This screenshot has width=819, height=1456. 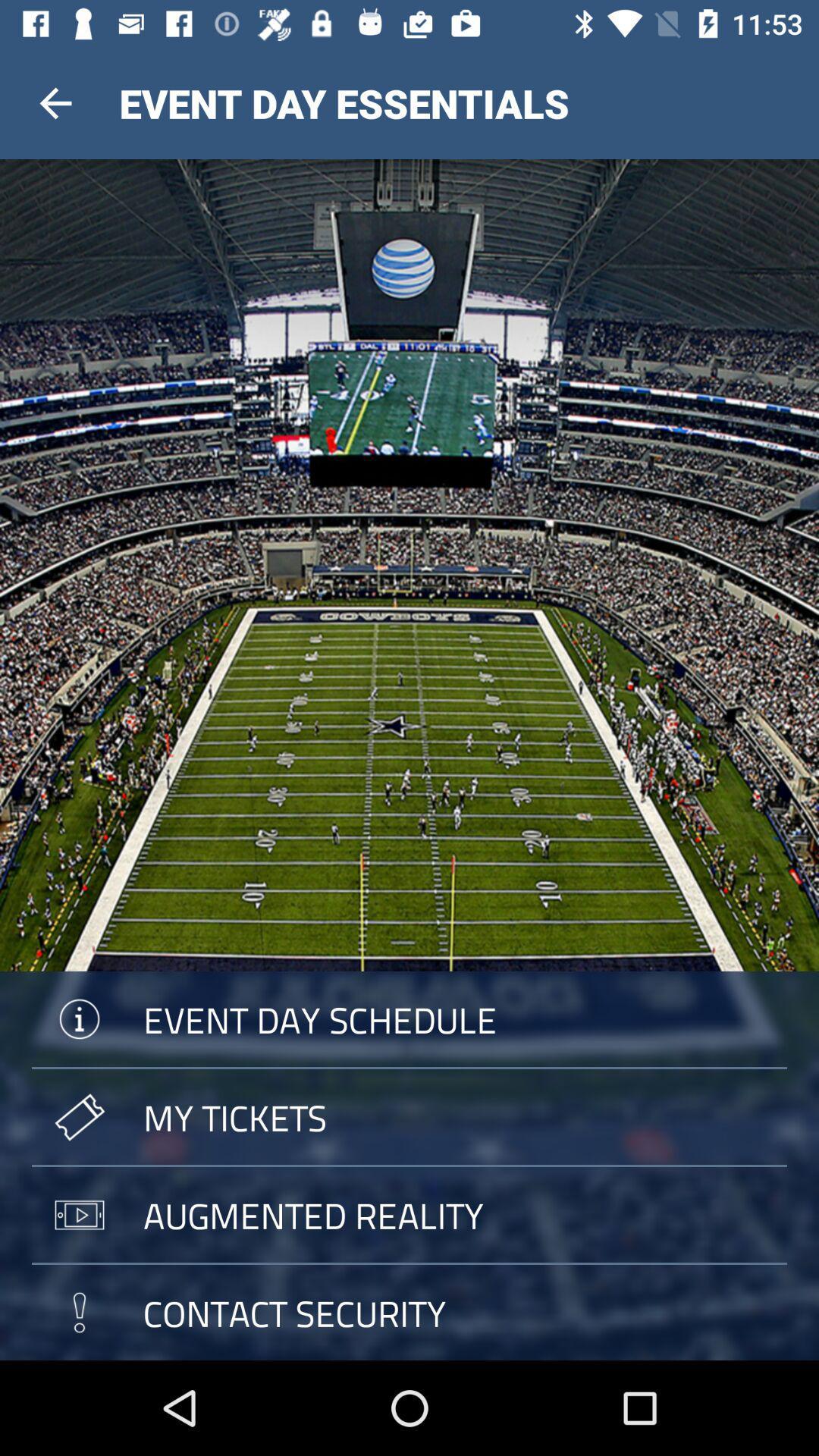 What do you see at coordinates (409, 1312) in the screenshot?
I see `contact security icon` at bounding box center [409, 1312].